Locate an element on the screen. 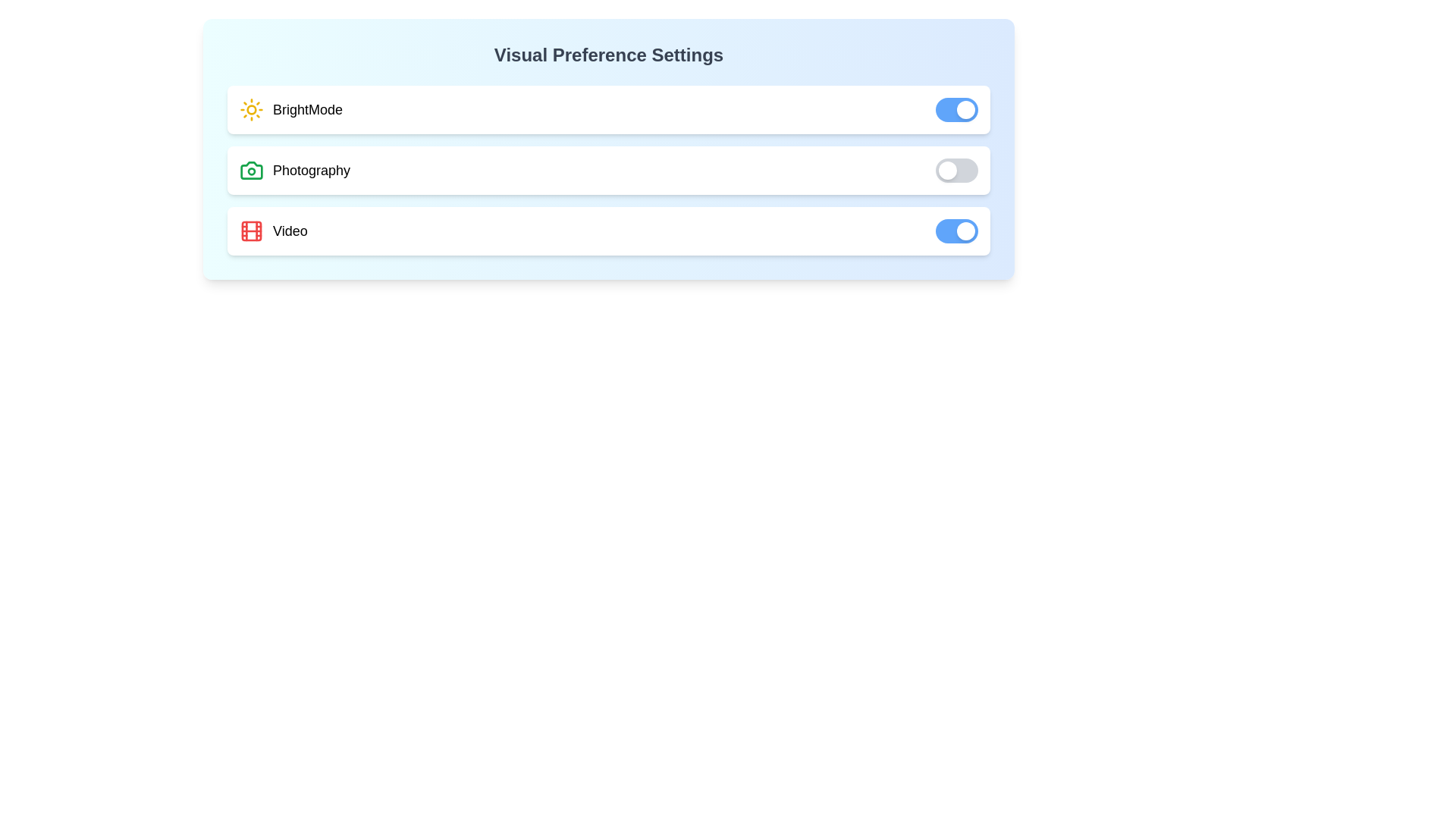 The image size is (1456, 819). the toggle button for Photography to change its state is located at coordinates (956, 170).